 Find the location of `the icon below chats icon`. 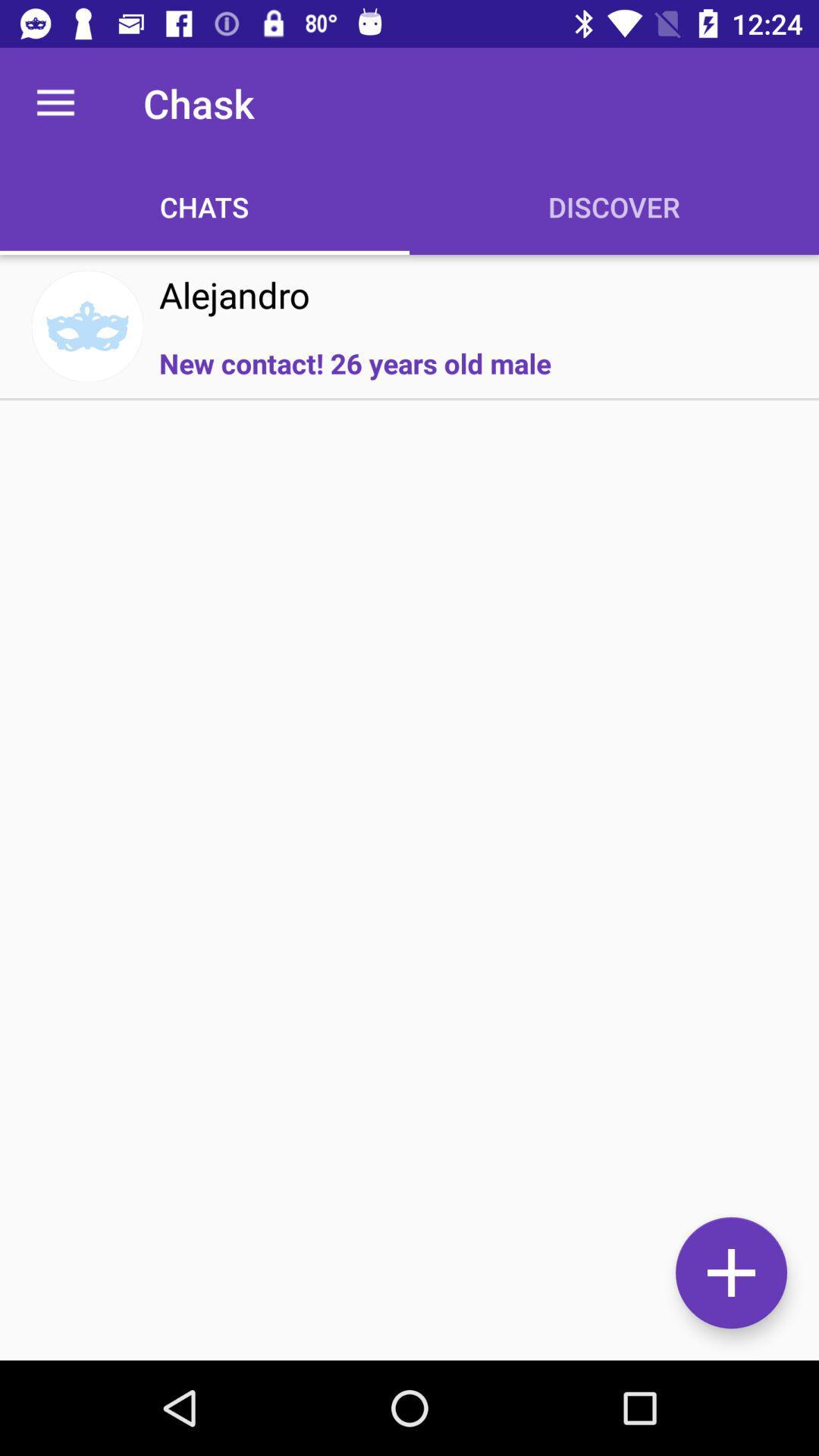

the icon below chats icon is located at coordinates (234, 294).